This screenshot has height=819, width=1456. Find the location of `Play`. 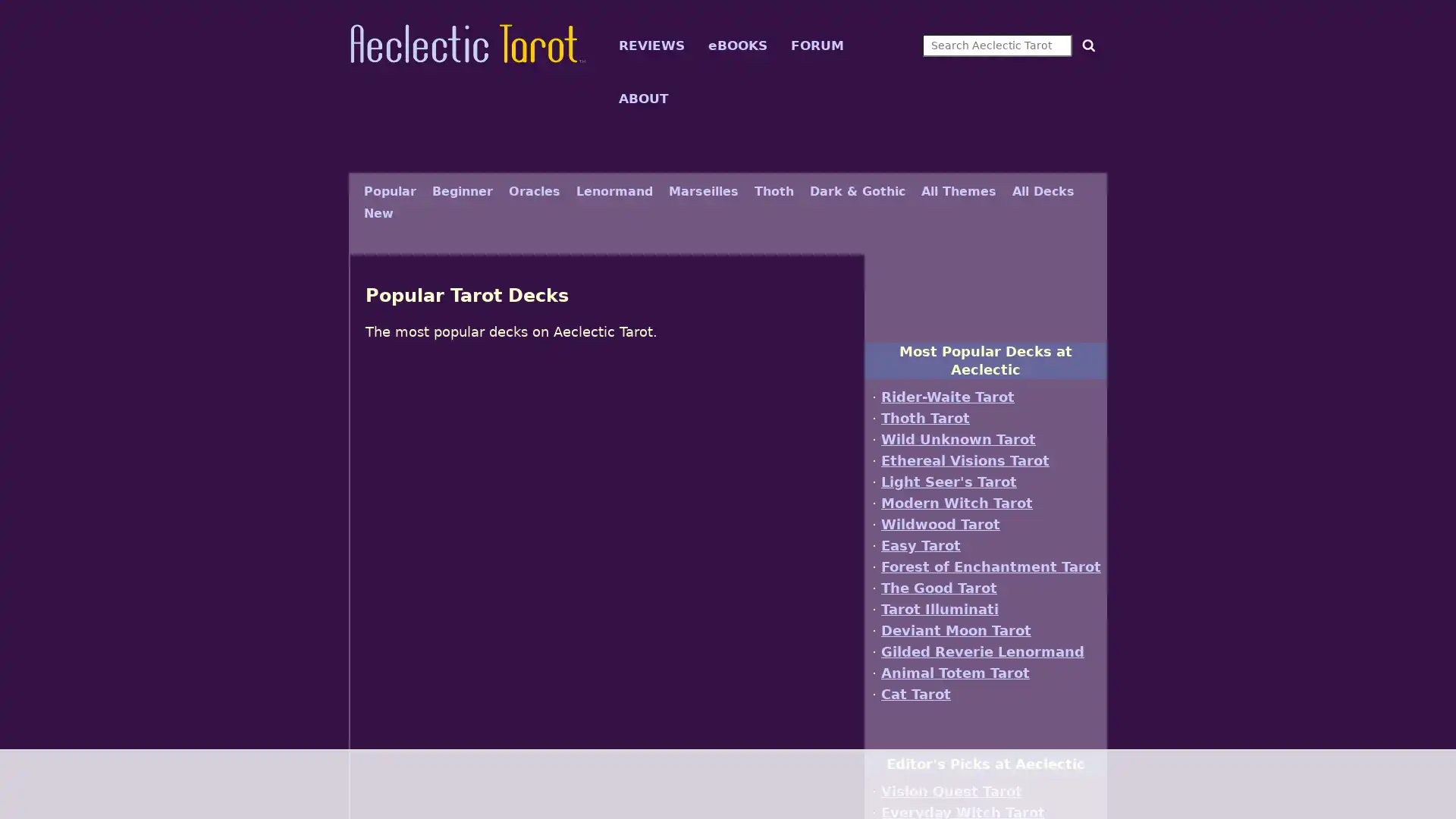

Play is located at coordinates (607, 493).